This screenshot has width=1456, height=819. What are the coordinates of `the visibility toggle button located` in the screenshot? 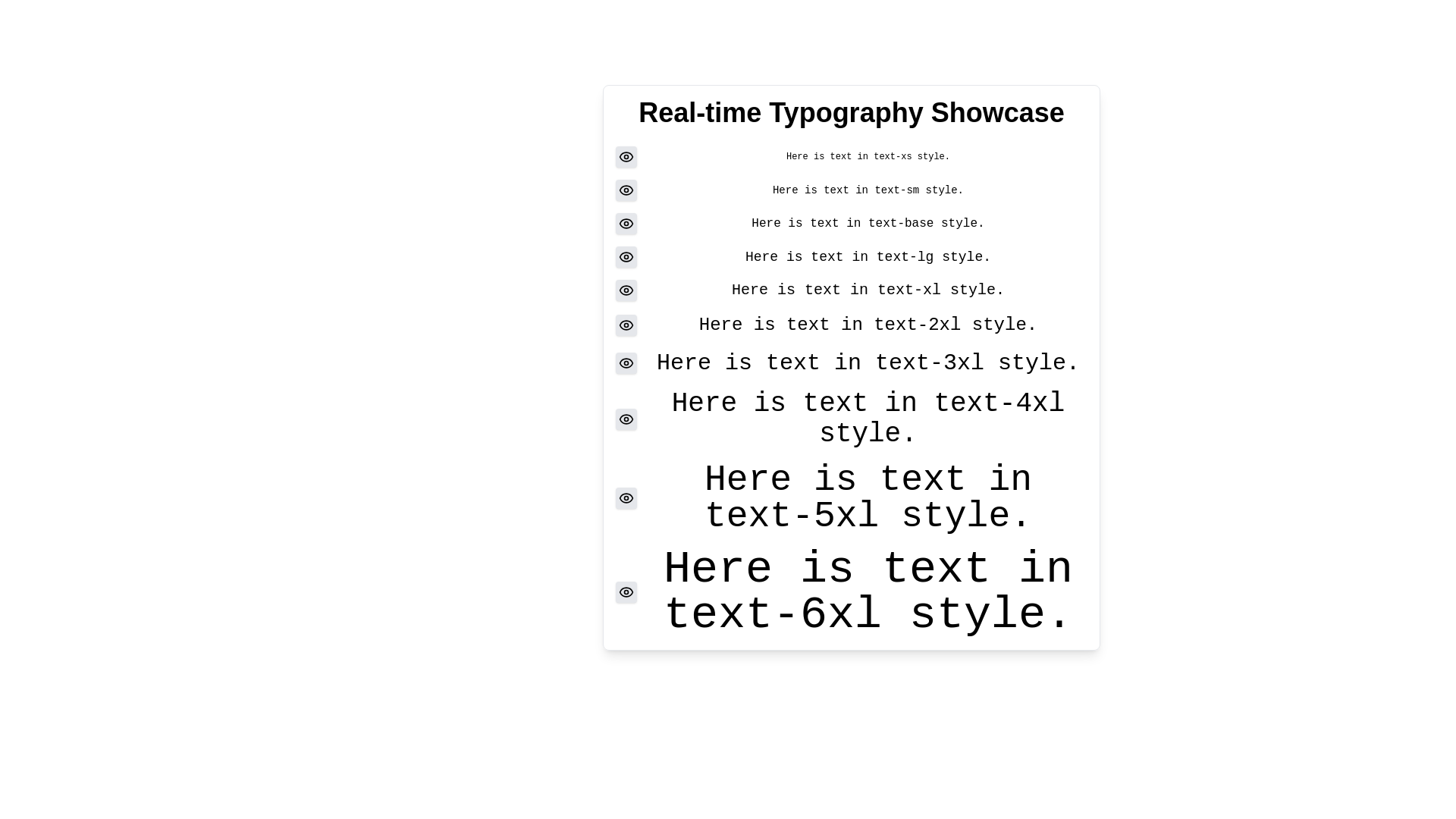 It's located at (626, 419).